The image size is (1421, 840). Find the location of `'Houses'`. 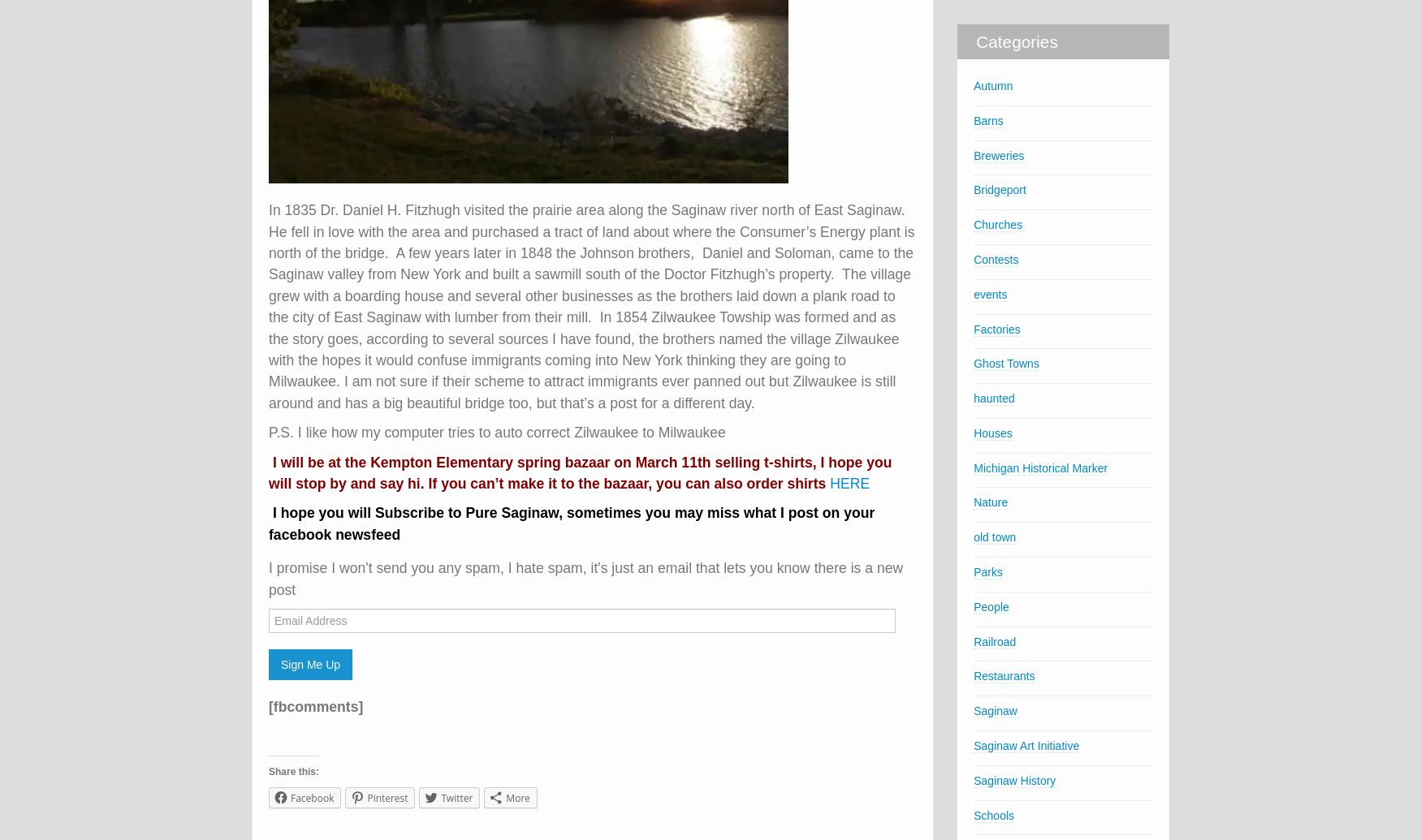

'Houses' is located at coordinates (992, 432).